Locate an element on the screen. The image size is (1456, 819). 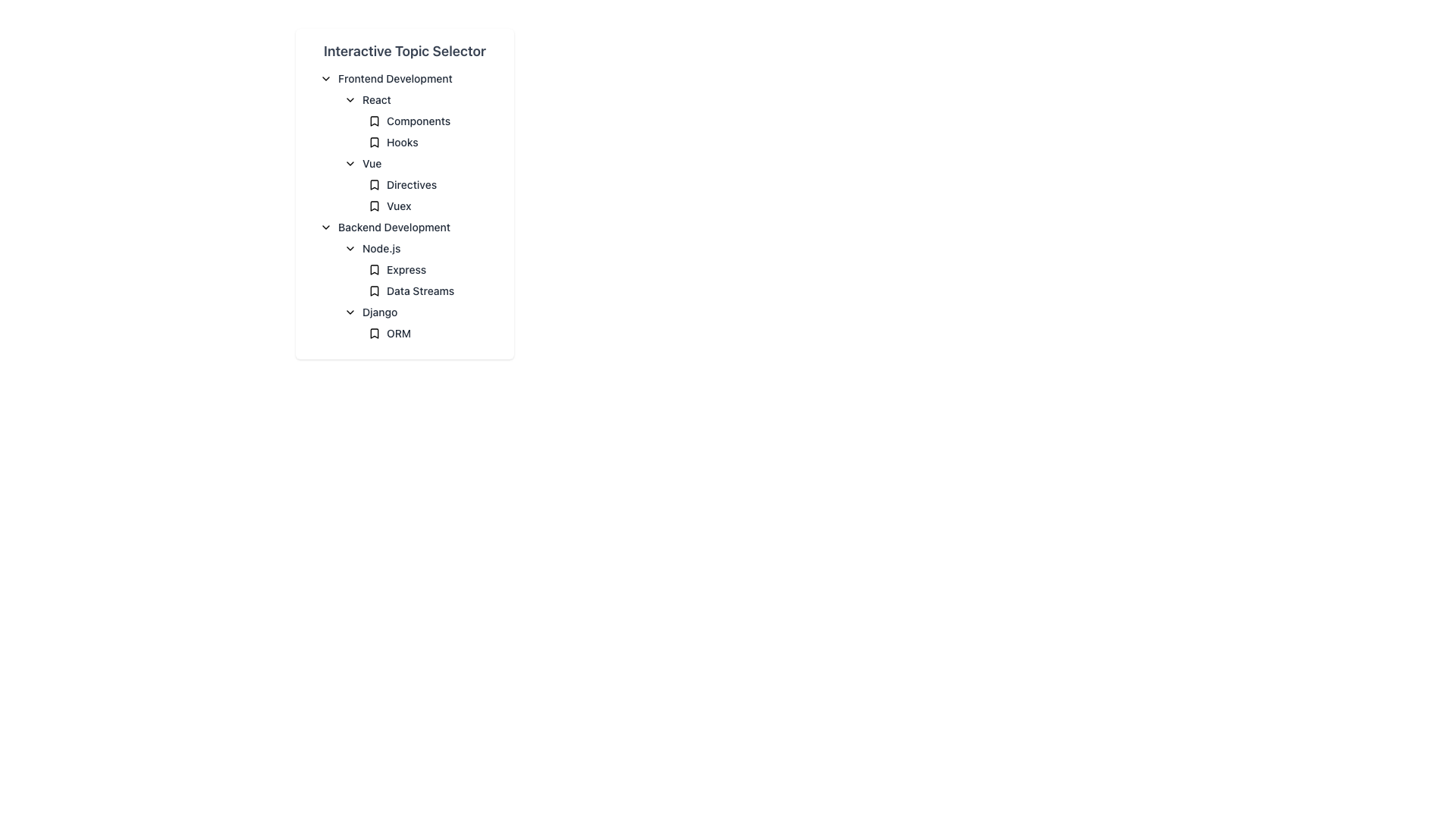
the clickable header for the 'Frontend Development' section located directly underneath 'Interactive Topic Selector' is located at coordinates (411, 79).